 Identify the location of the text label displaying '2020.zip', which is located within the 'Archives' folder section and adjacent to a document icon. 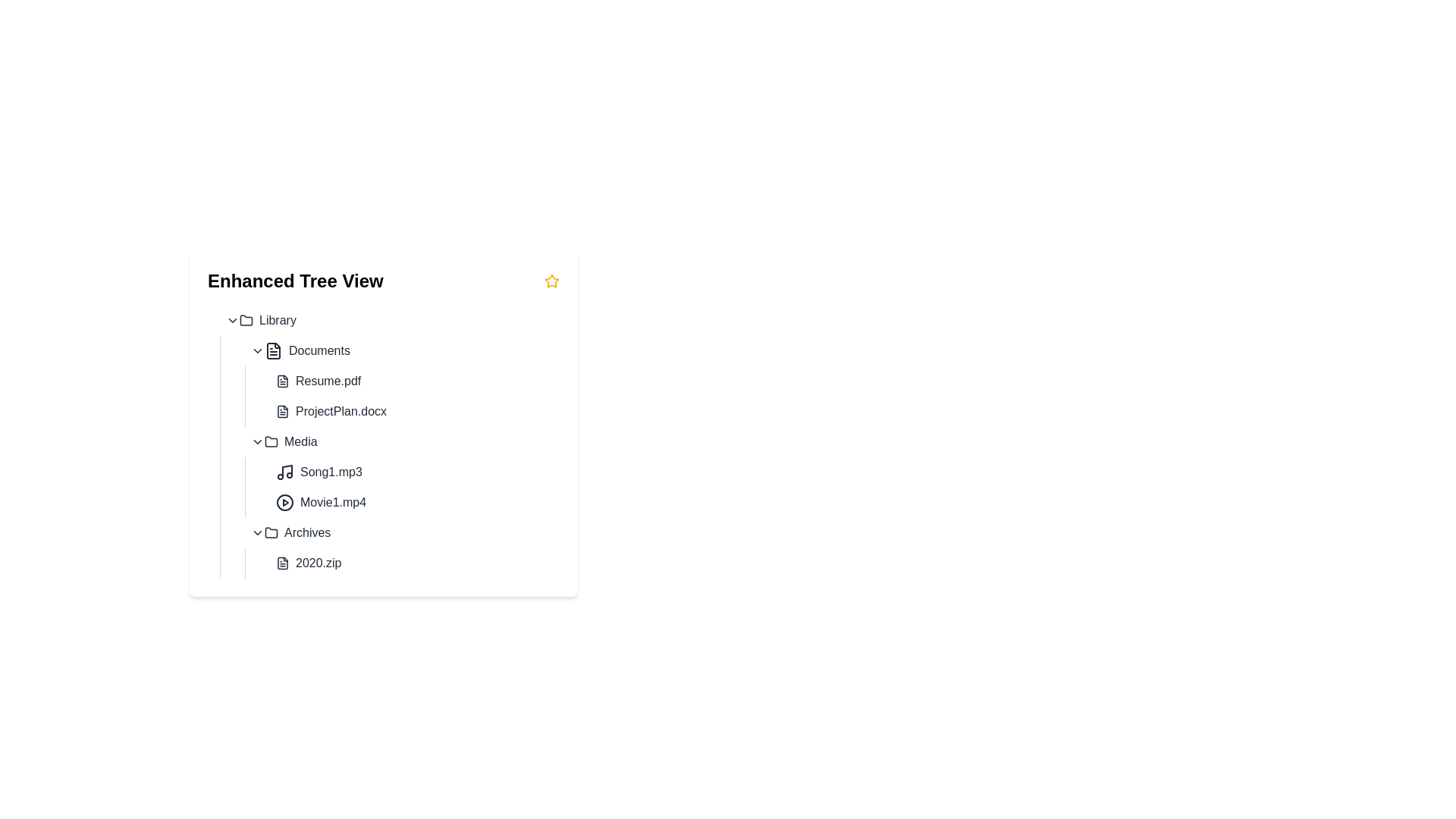
(318, 563).